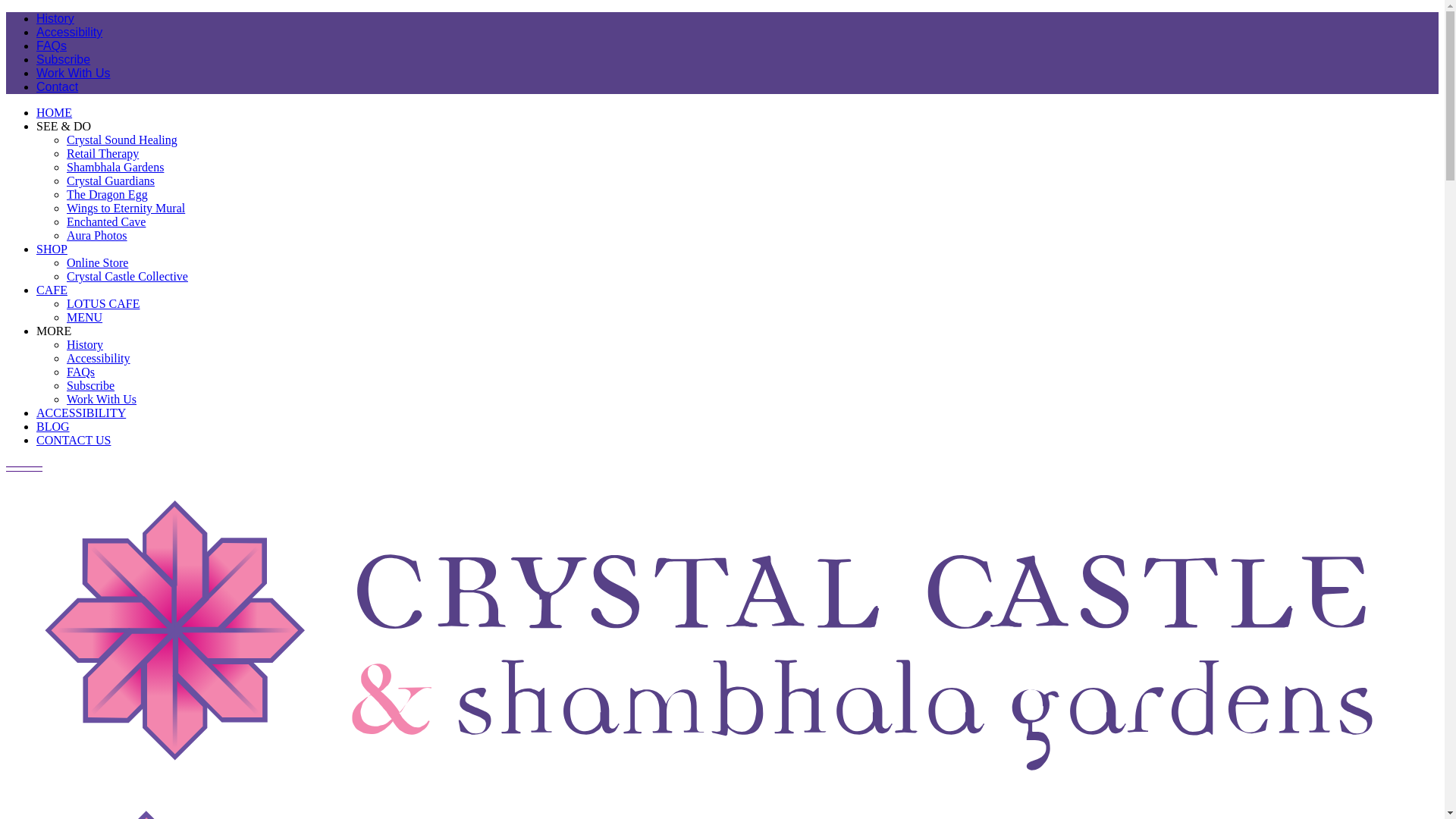 The height and width of the screenshot is (819, 1456). I want to click on 'Aura Photos', so click(96, 235).